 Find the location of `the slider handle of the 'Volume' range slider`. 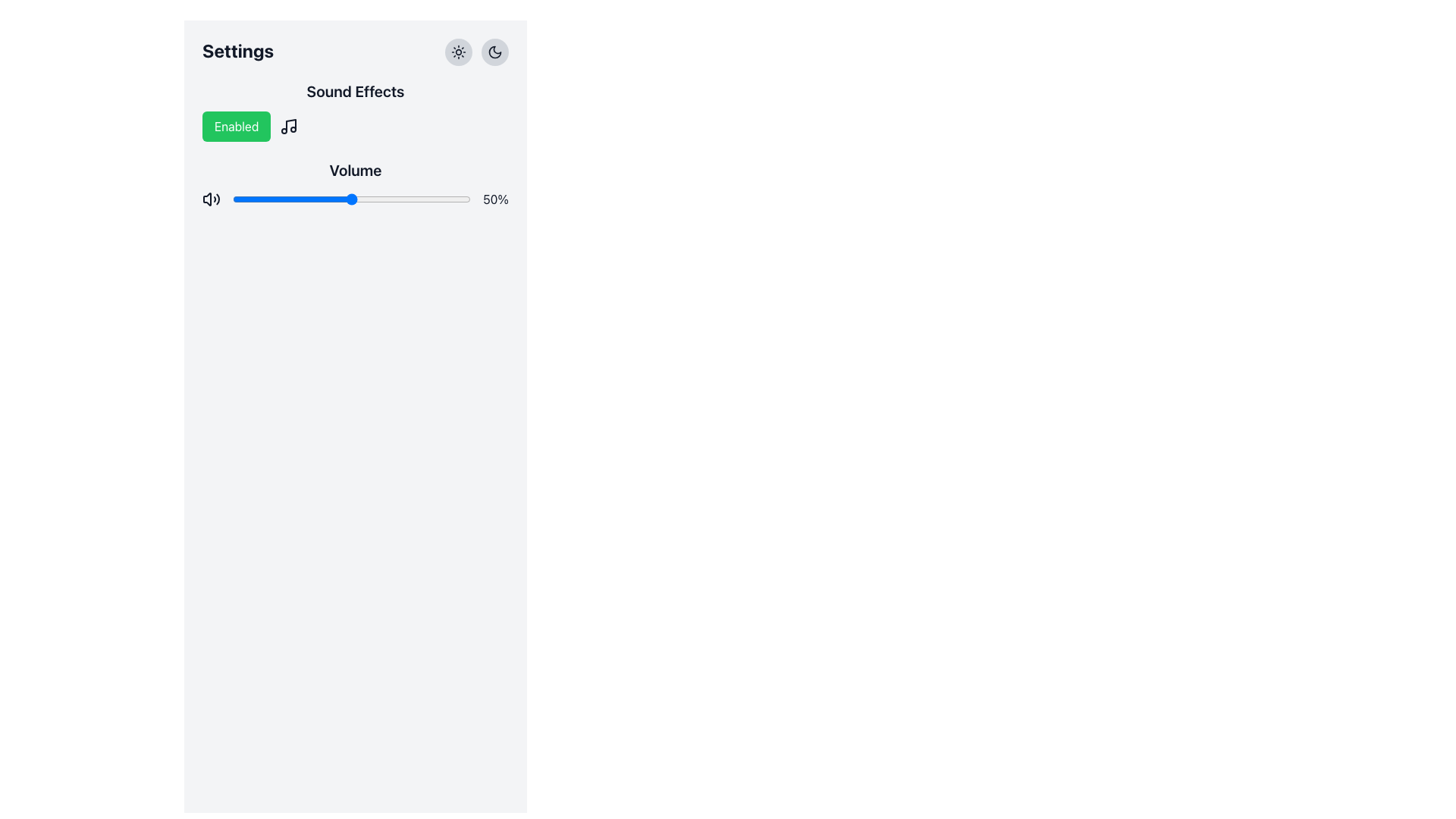

the slider handle of the 'Volume' range slider is located at coordinates (355, 184).